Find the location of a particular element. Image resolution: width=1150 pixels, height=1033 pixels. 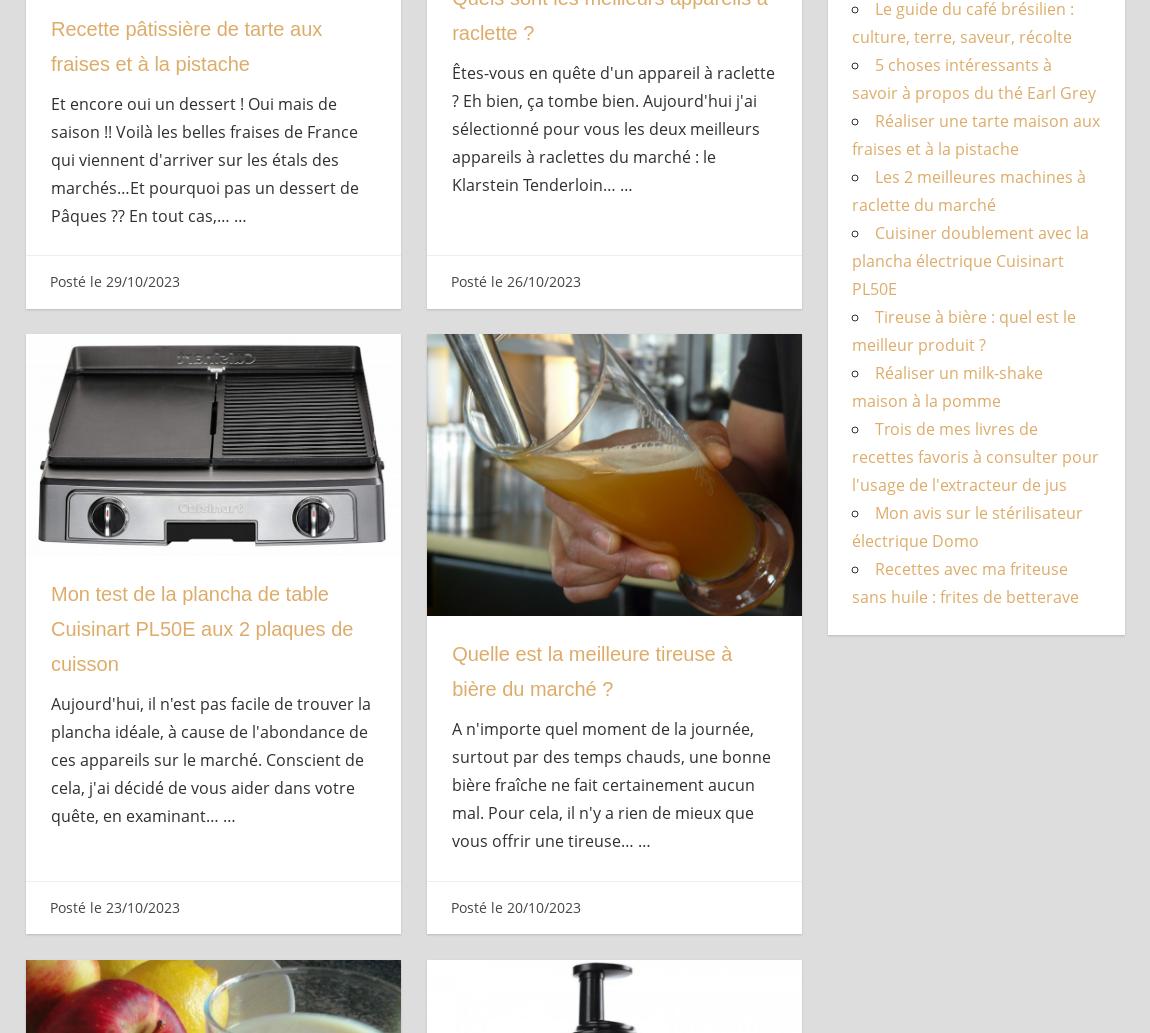

'Posté le 23/10/2023' is located at coordinates (112, 905).